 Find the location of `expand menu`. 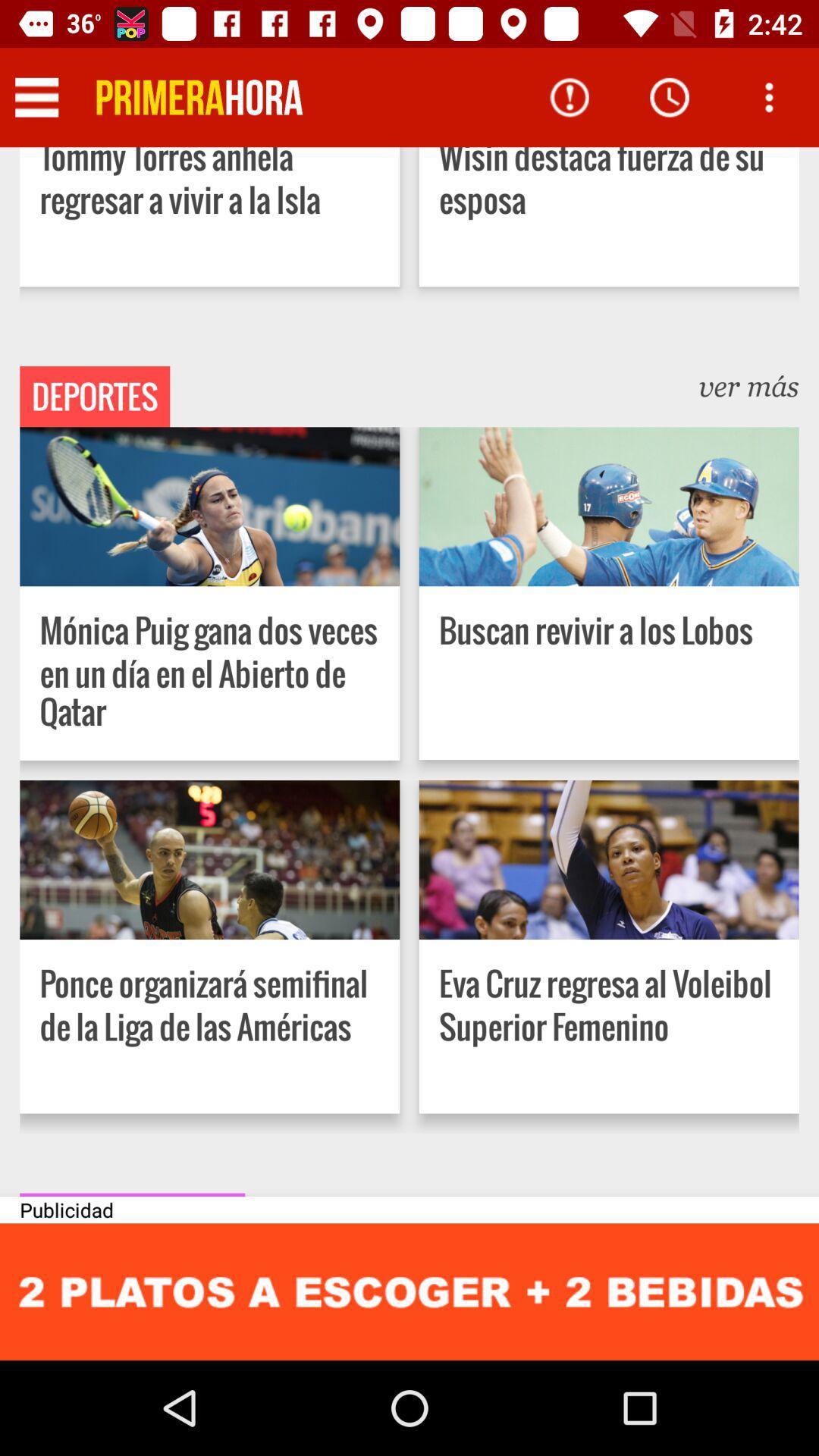

expand menu is located at coordinates (36, 96).